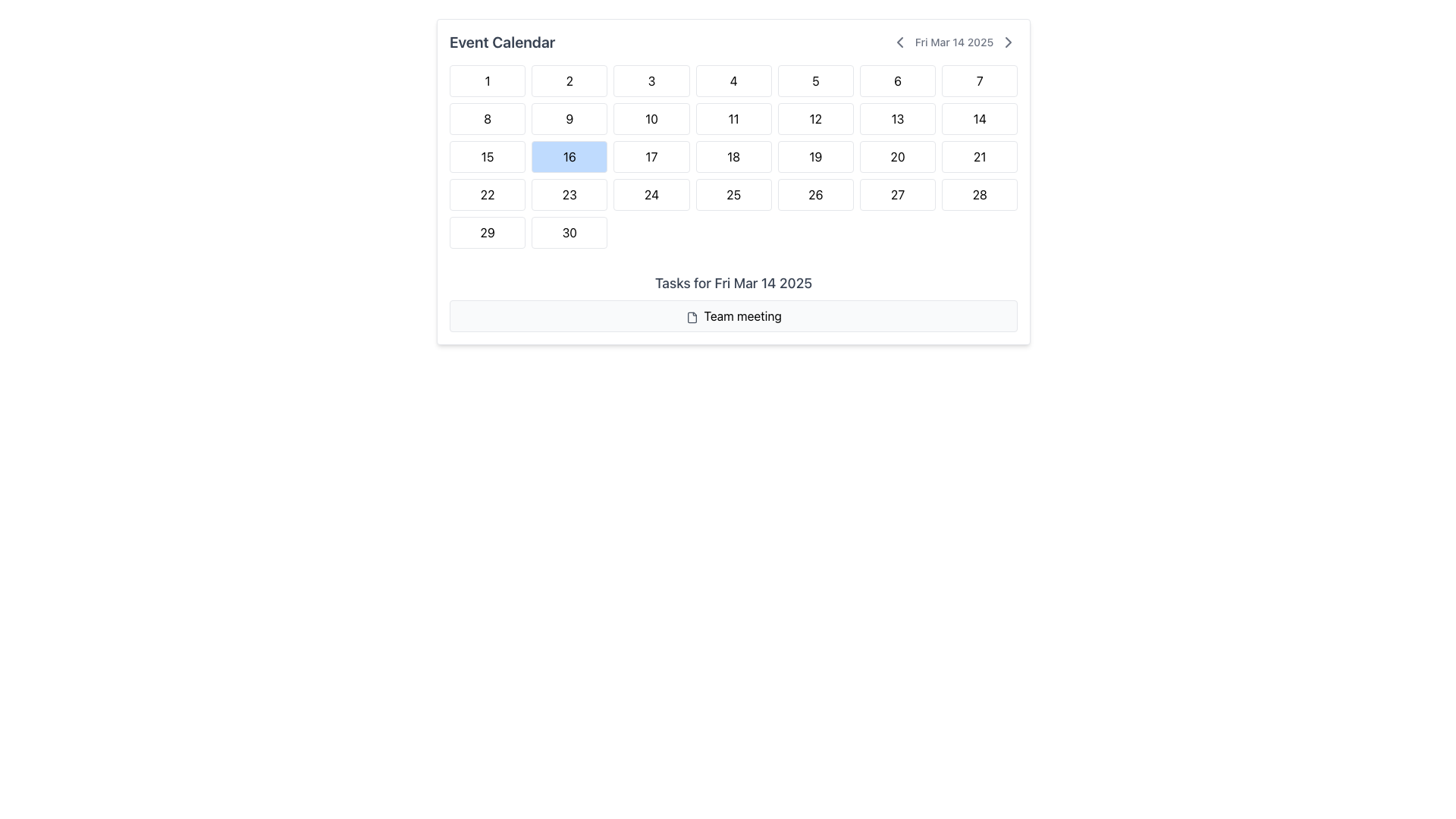  What do you see at coordinates (898, 81) in the screenshot?
I see `the calendar date cell element displaying the number '6'` at bounding box center [898, 81].